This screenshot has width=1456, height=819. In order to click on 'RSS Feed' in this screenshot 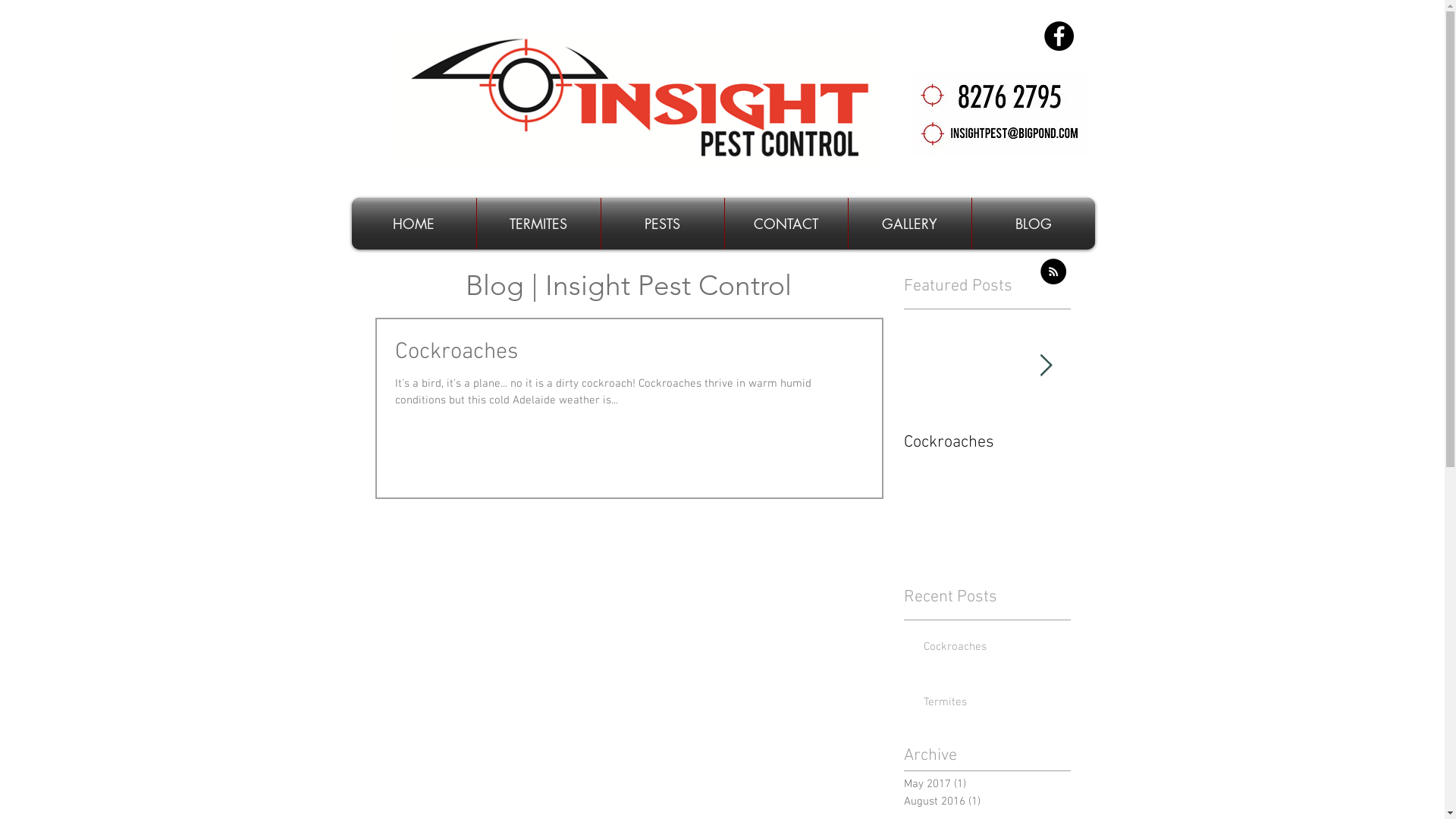, I will do `click(1052, 271)`.